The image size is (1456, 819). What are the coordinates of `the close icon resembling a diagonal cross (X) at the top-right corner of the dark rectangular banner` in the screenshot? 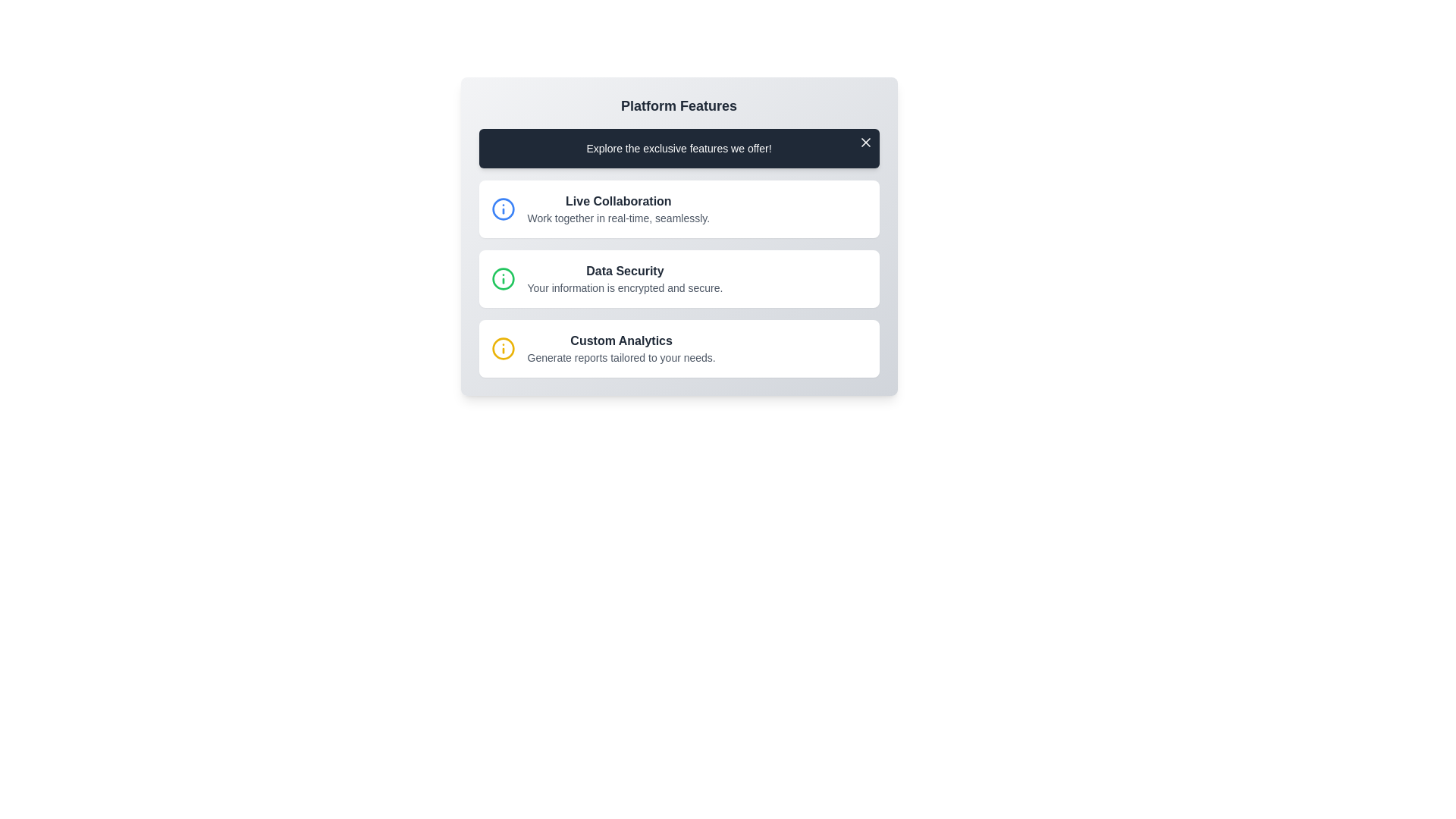 It's located at (865, 143).